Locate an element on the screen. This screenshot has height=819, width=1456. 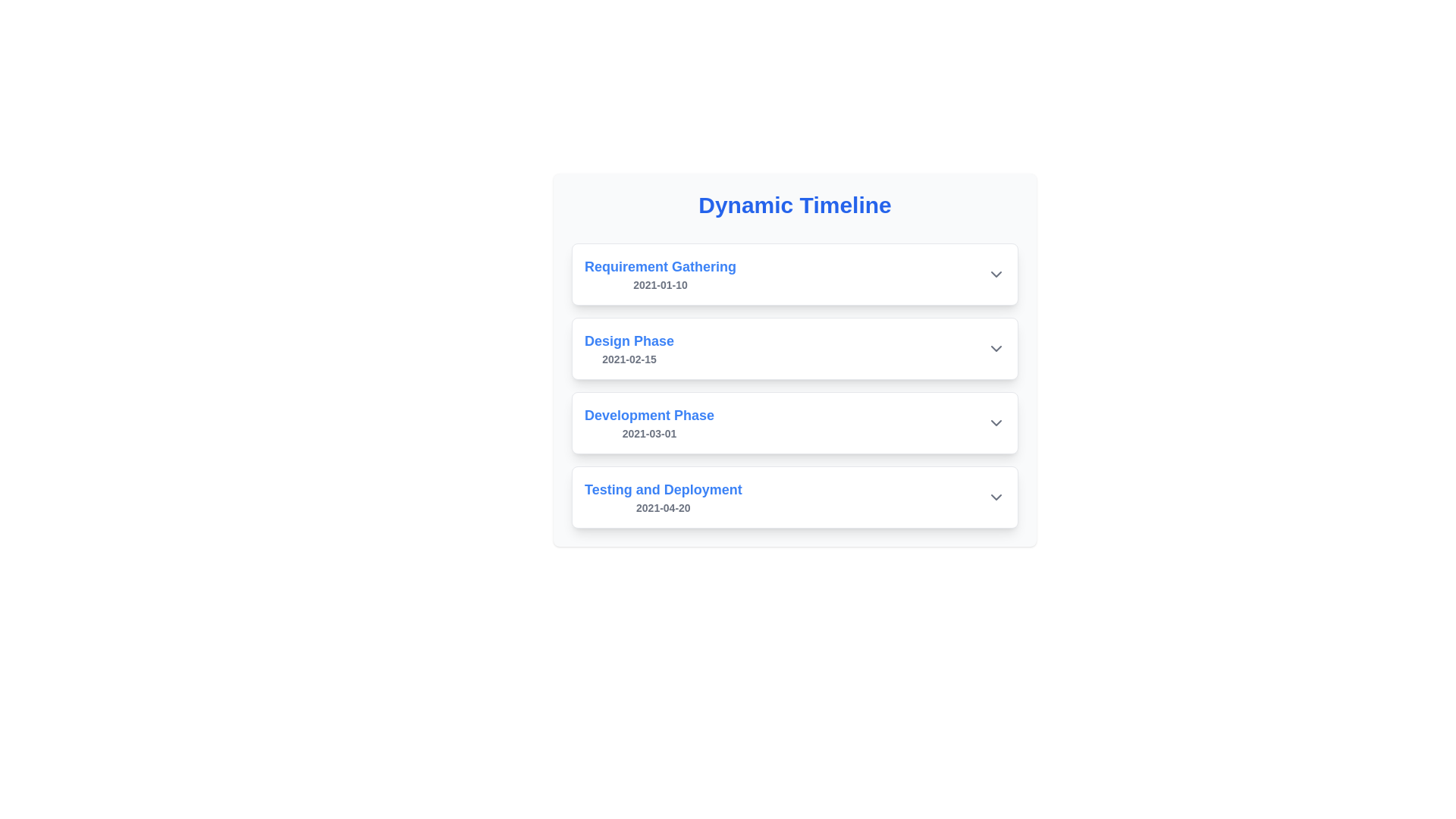
the text label displaying 'Design Phase' with the date '2021-02-15' to utilize this information for understanding the timeline is located at coordinates (629, 348).